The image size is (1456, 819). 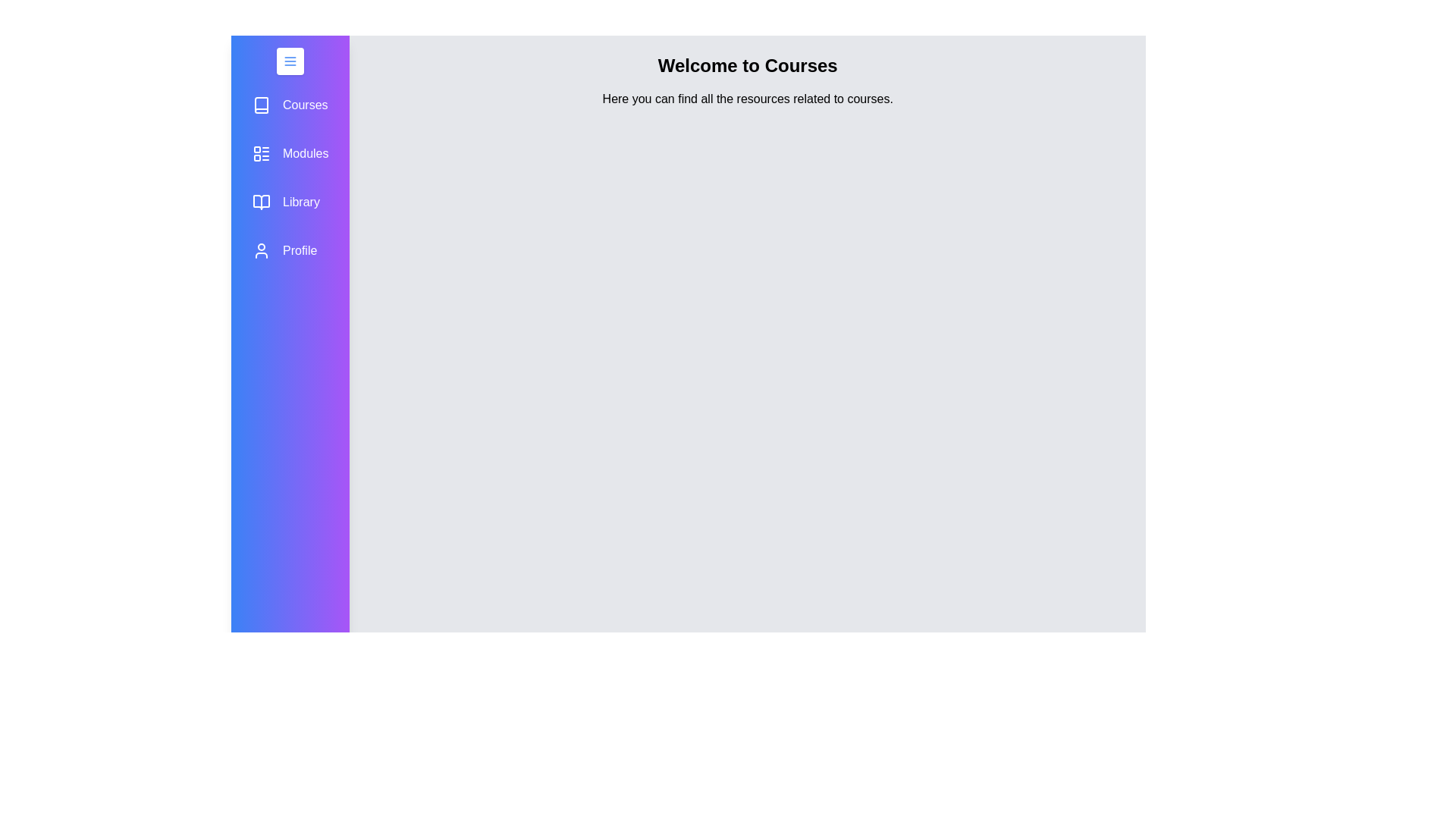 What do you see at coordinates (290, 154) in the screenshot?
I see `the Modules tab from the available options` at bounding box center [290, 154].